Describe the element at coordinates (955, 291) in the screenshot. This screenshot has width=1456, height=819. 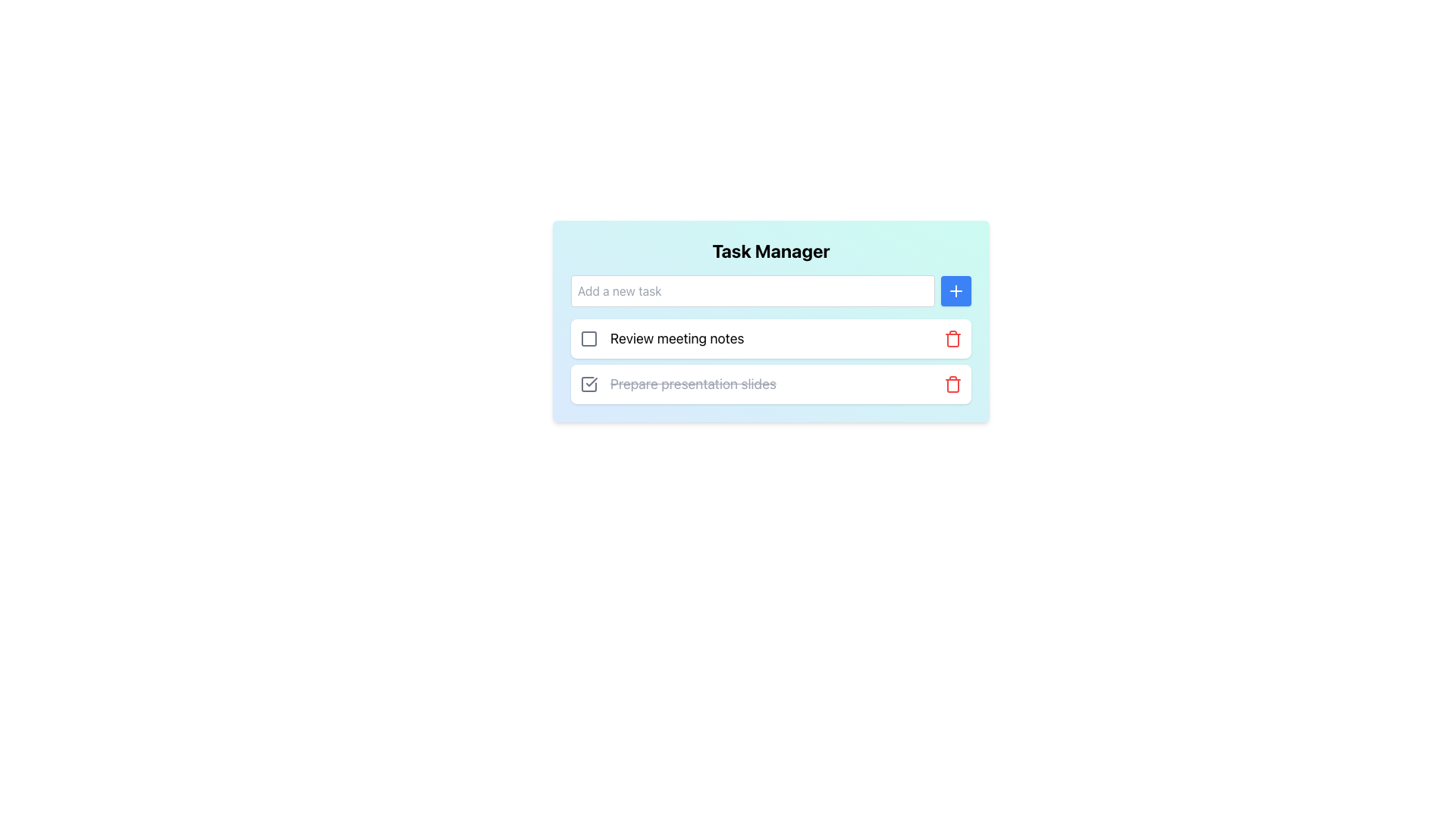
I see `the button located to the right of the 'Add a new task' input field` at that location.